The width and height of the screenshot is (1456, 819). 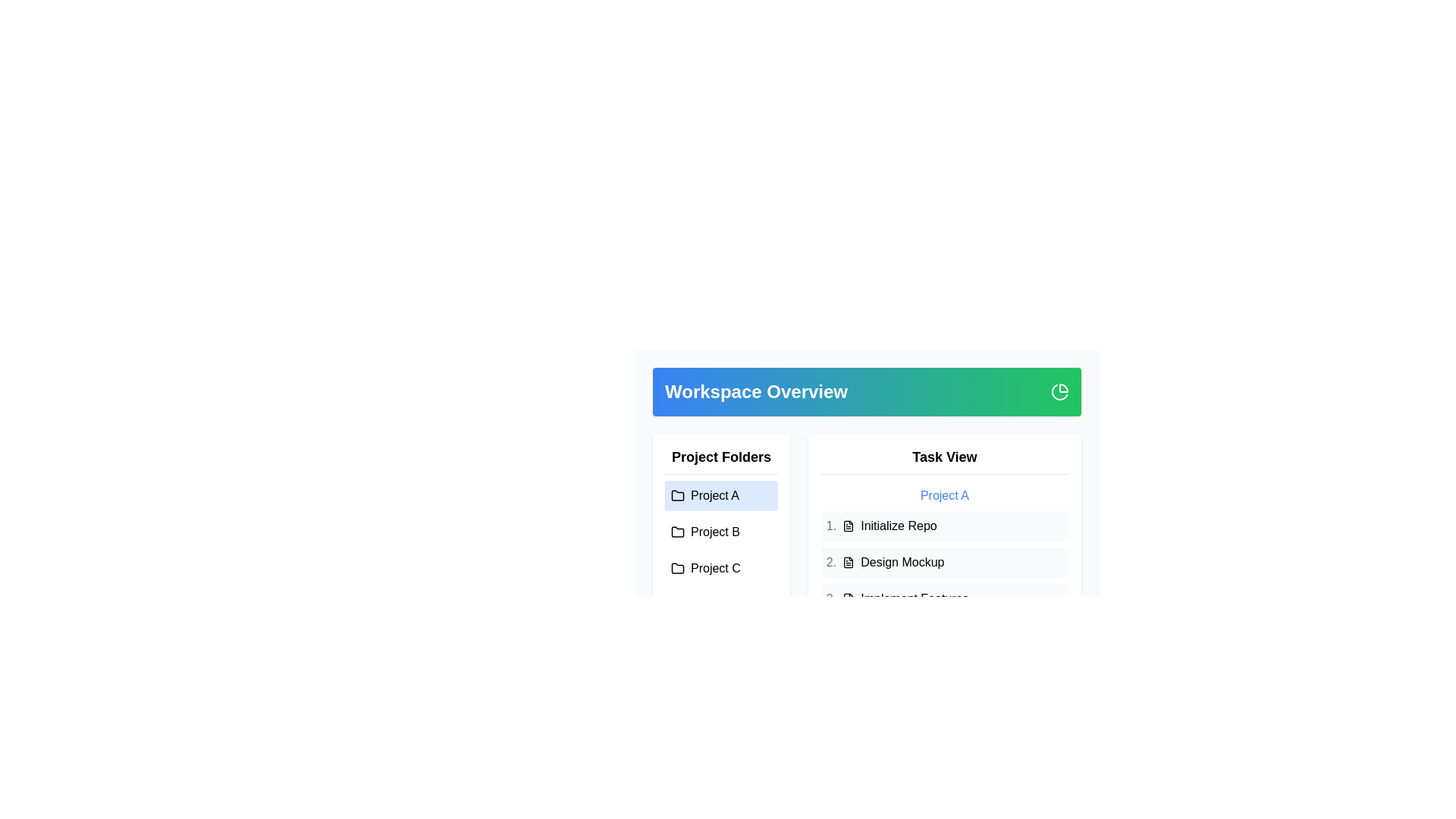 I want to click on the small document icon located to the left of the 'Initialize Repo' text in the 'Task View' section, so click(x=848, y=526).